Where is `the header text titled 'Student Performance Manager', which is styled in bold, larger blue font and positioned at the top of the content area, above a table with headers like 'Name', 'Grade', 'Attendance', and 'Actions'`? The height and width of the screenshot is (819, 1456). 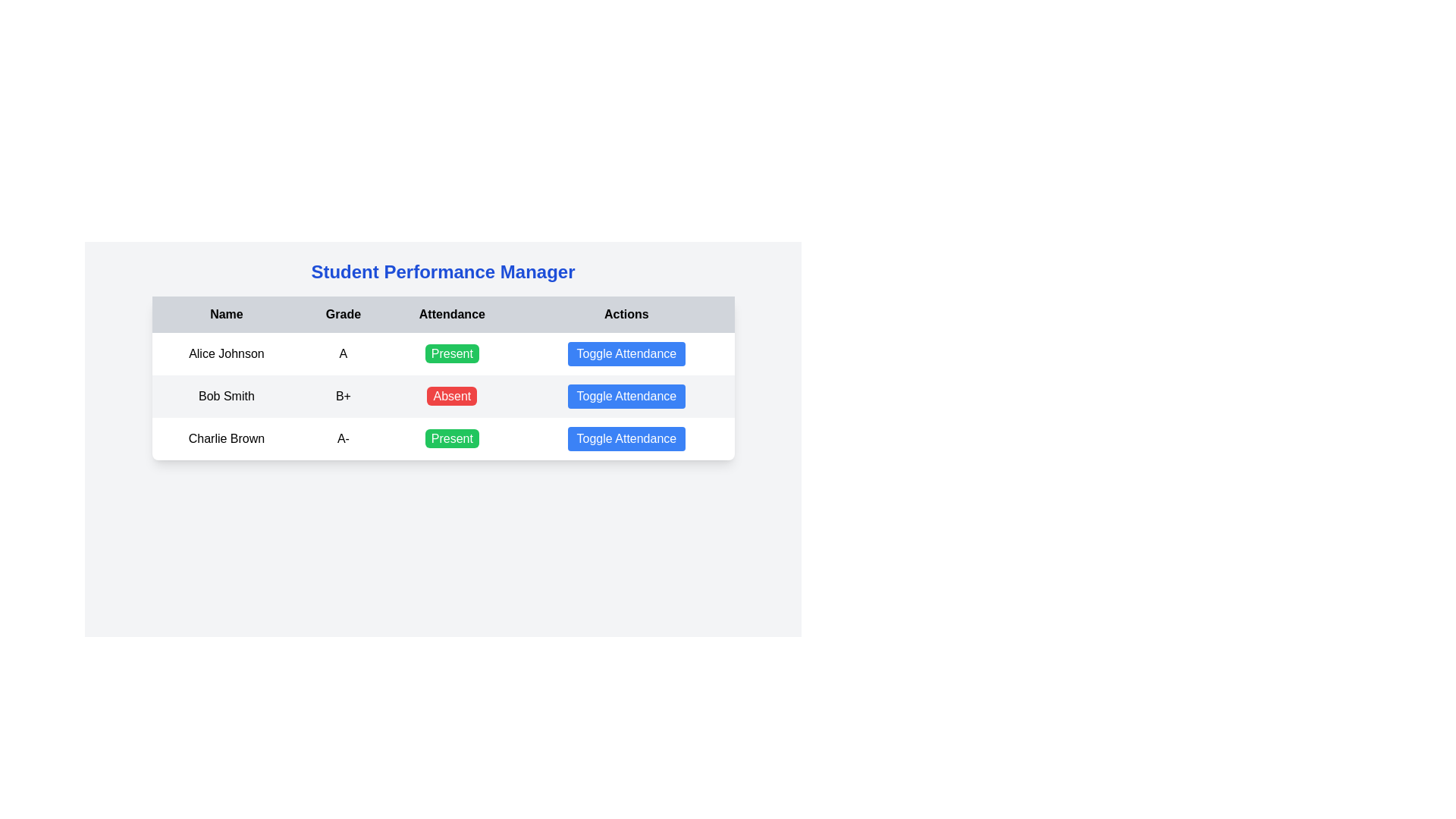
the header text titled 'Student Performance Manager', which is styled in bold, larger blue font and positioned at the top of the content area, above a table with headers like 'Name', 'Grade', 'Attendance', and 'Actions' is located at coordinates (442, 271).